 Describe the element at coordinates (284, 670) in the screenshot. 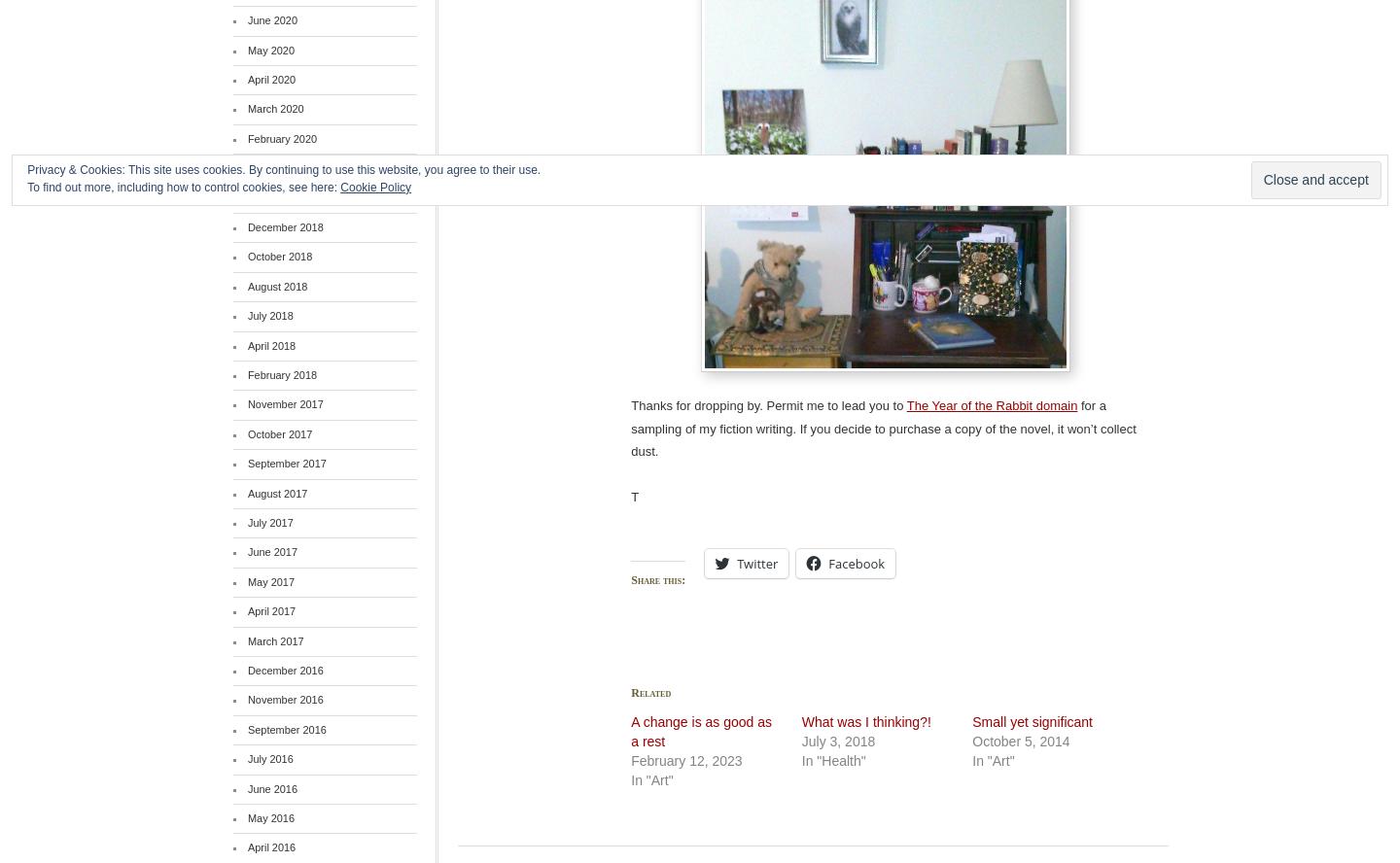

I see `'December 2016'` at that location.